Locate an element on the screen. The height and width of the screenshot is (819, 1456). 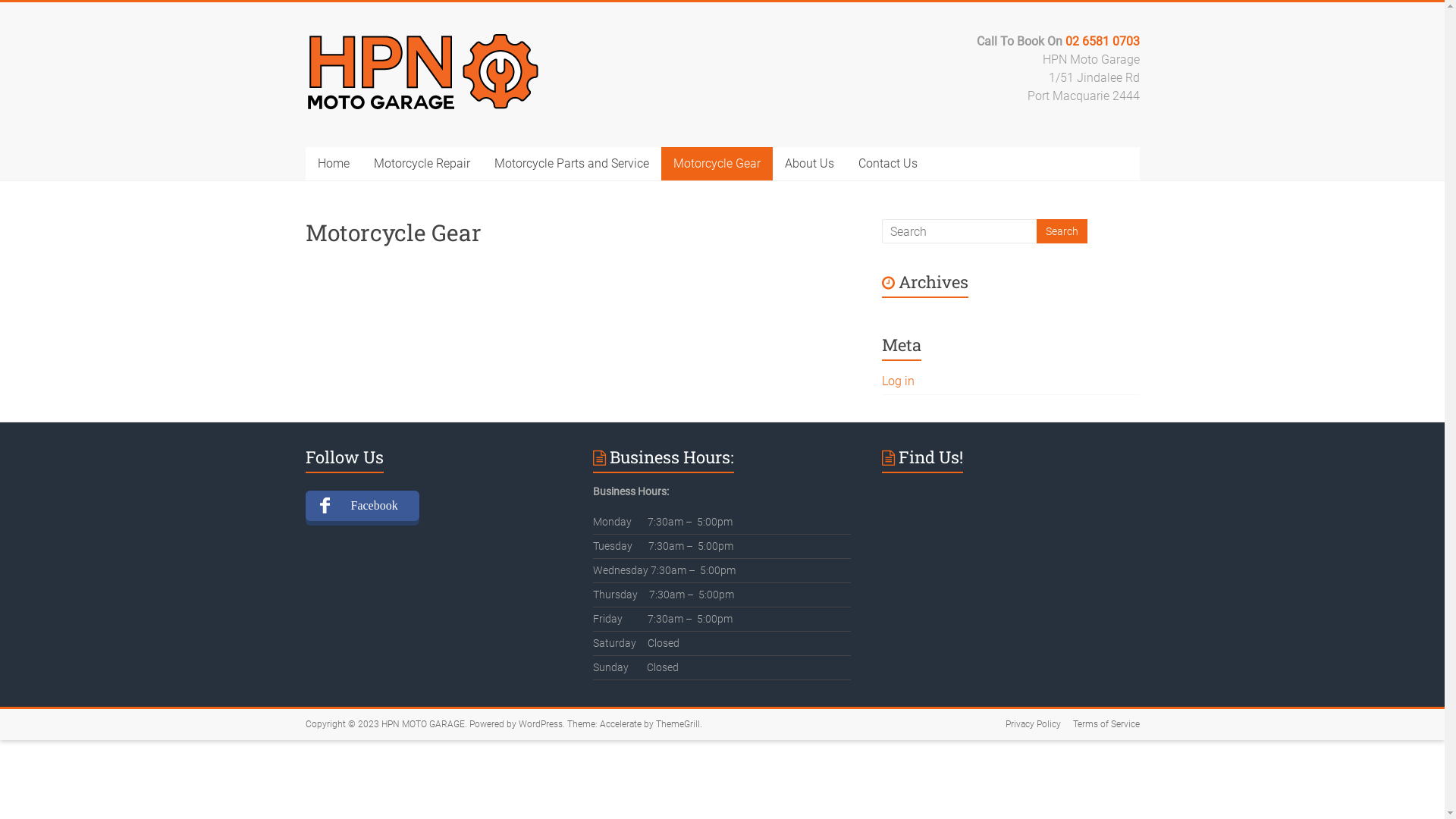
'Search' is located at coordinates (1060, 231).